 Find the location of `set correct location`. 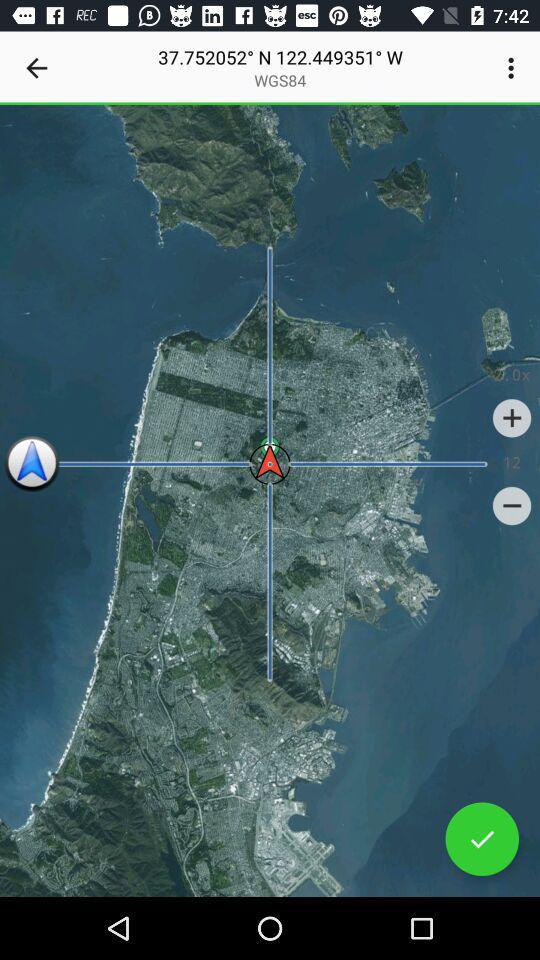

set correct location is located at coordinates (481, 839).